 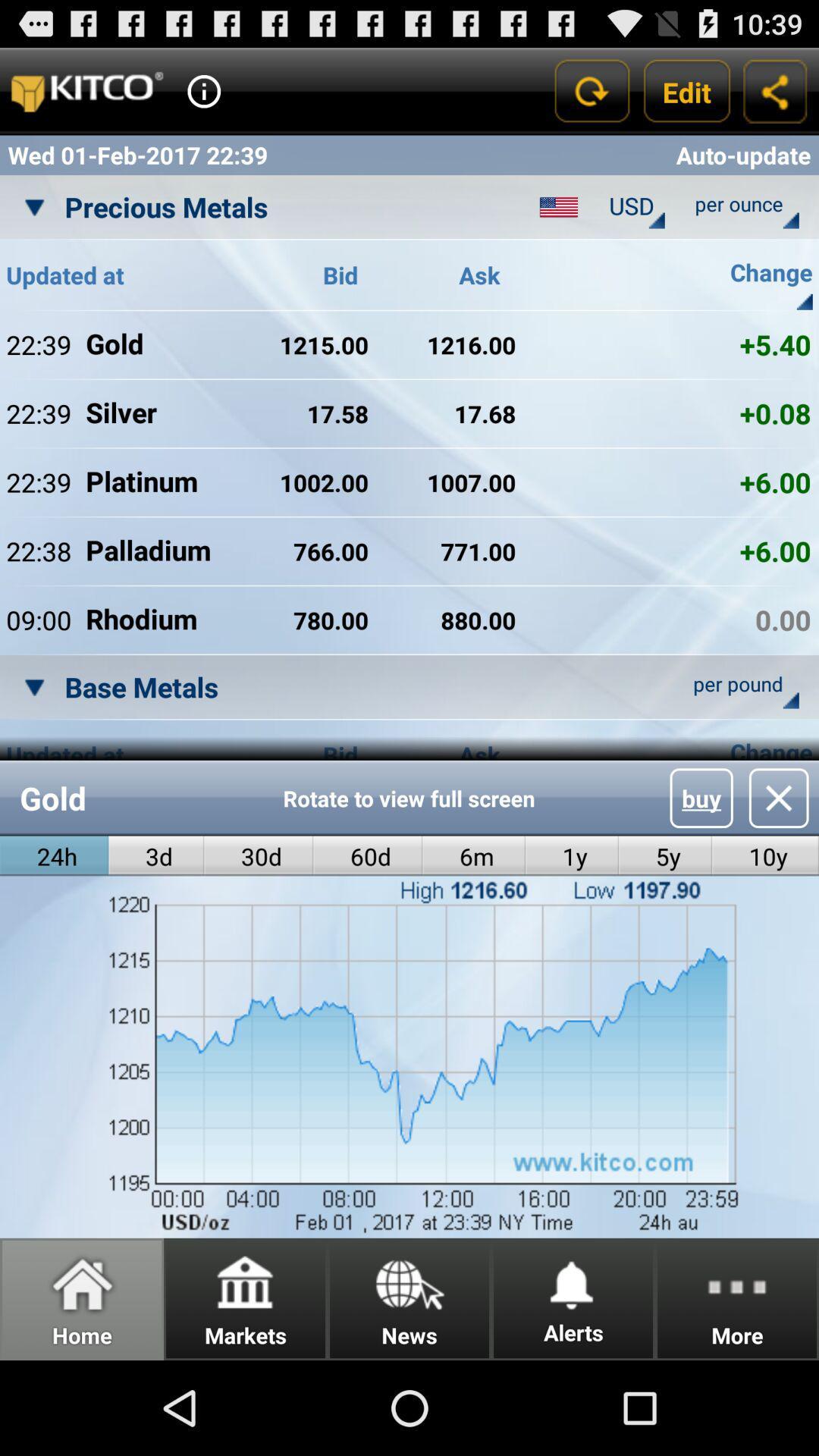 I want to click on info button, so click(x=203, y=90).